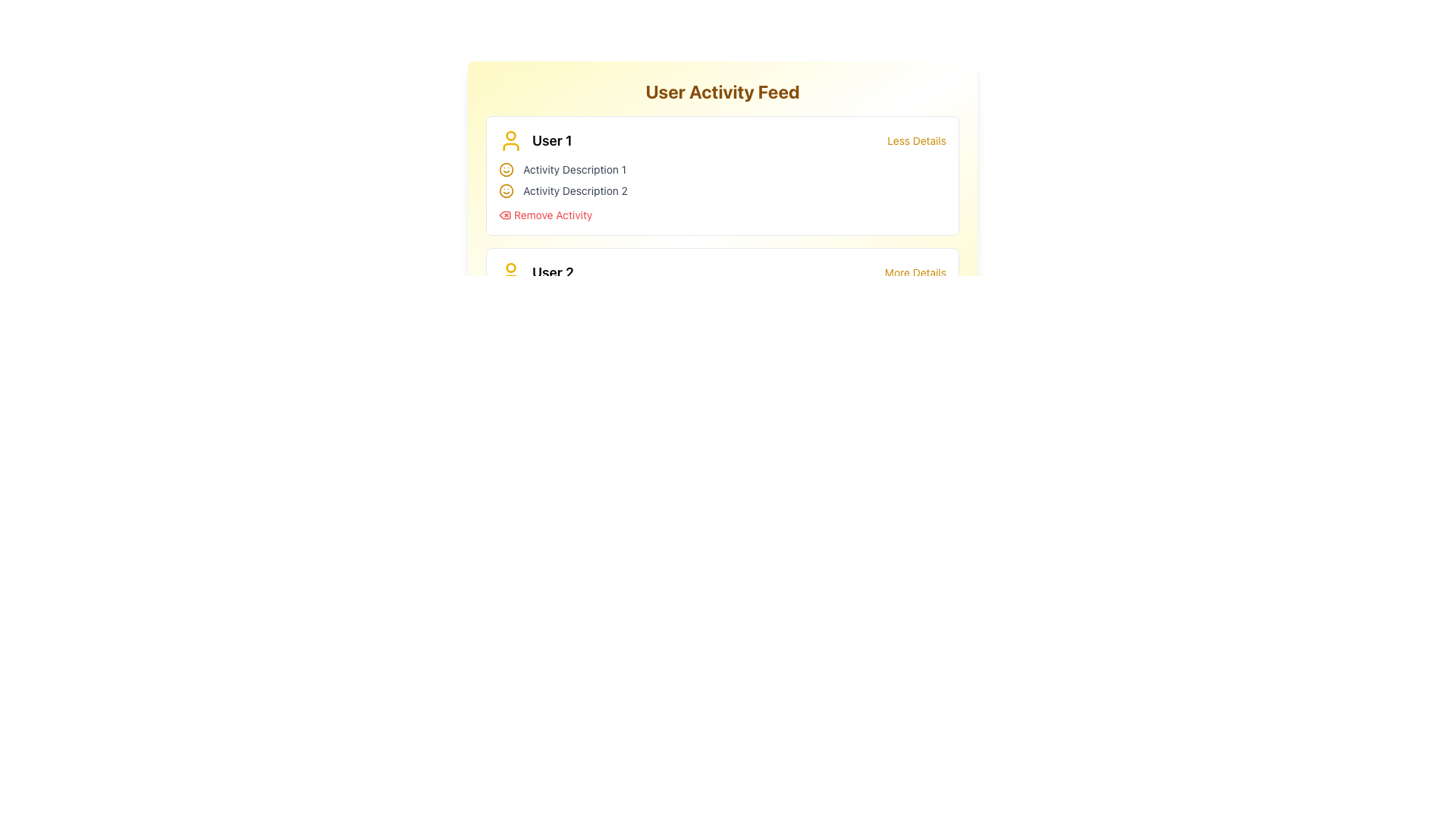  What do you see at coordinates (551, 140) in the screenshot?
I see `the displayed name 'User 1' in the text label, which is styled in bold and large font, located to the right of the user profile icon in the User Activity Feed` at bounding box center [551, 140].